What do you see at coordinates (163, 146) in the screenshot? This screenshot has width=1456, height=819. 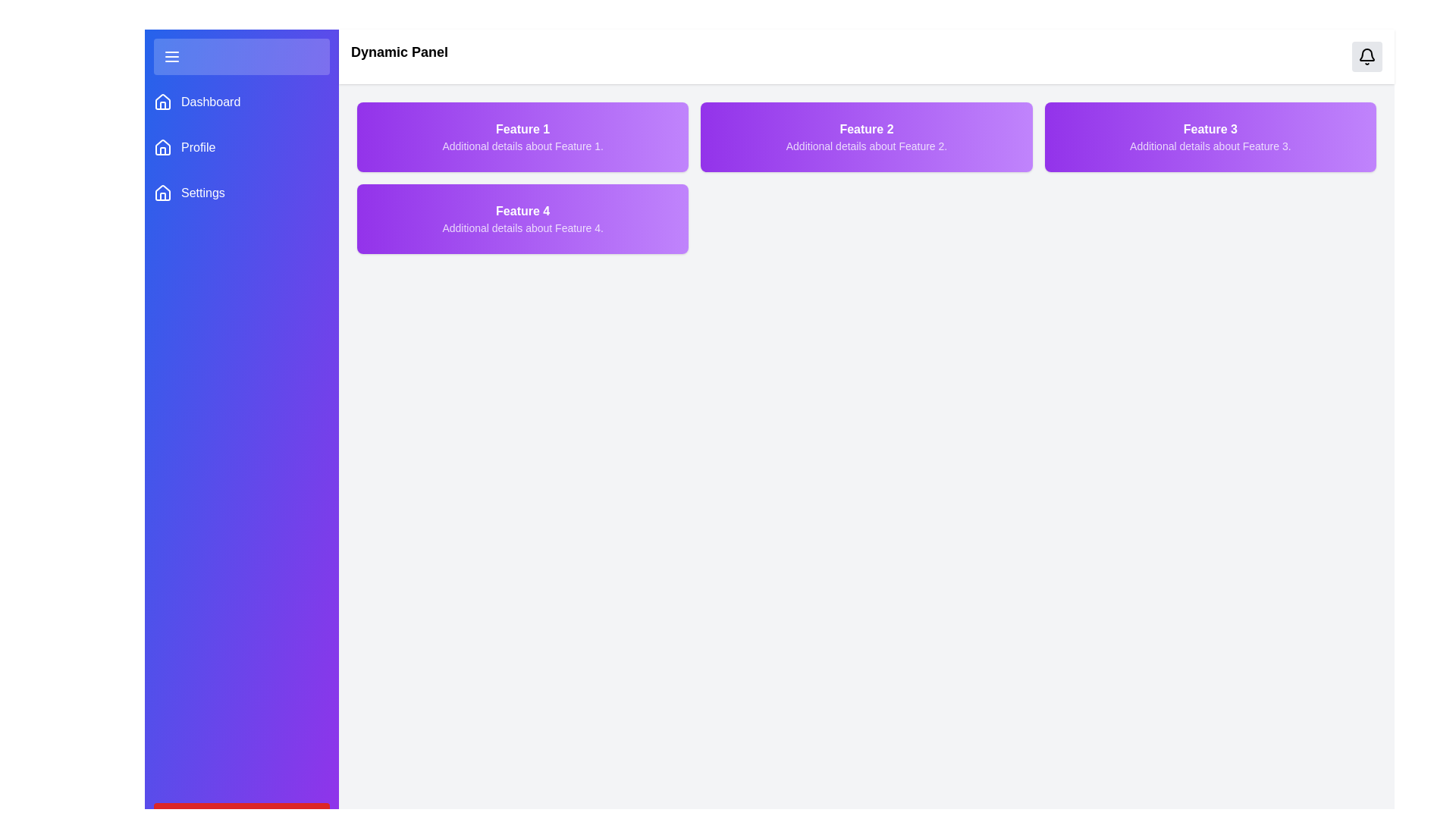 I see `the 'Profile' icon located on the left-hand panel, between 'Dashboard' and 'Settings'` at bounding box center [163, 146].